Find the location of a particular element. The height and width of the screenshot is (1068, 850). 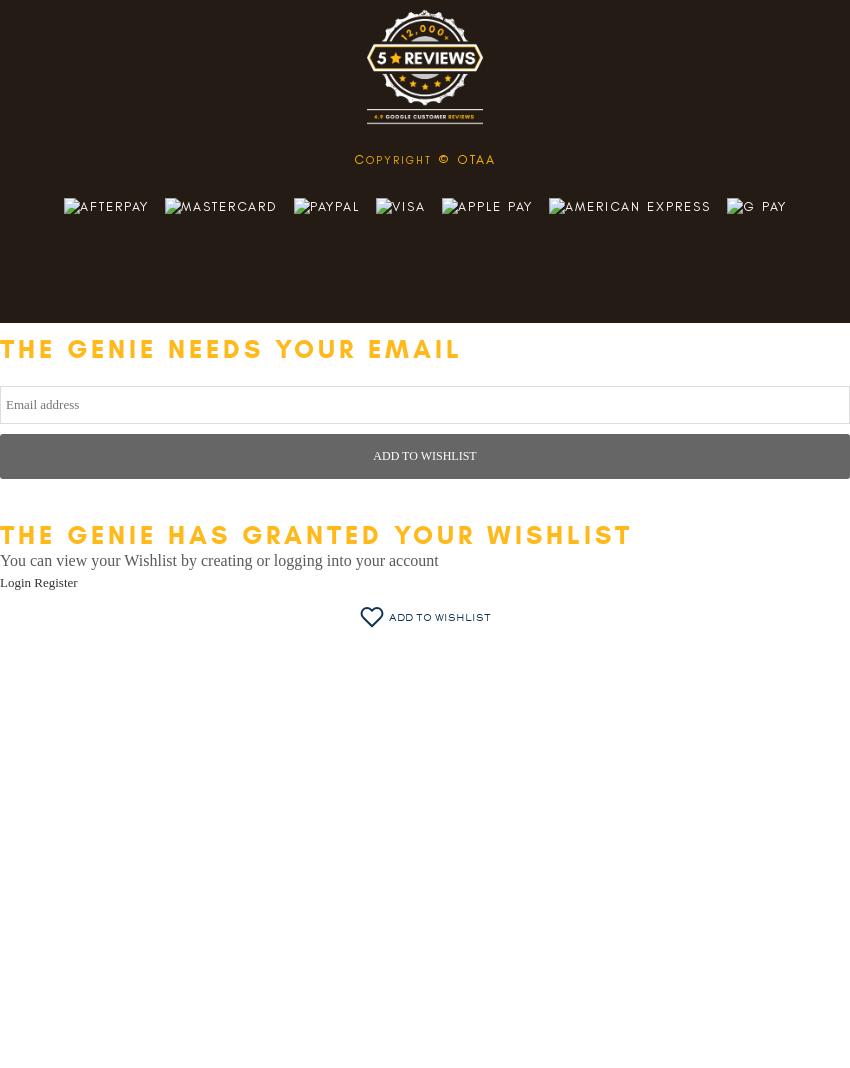

'Register' is located at coordinates (55, 581).